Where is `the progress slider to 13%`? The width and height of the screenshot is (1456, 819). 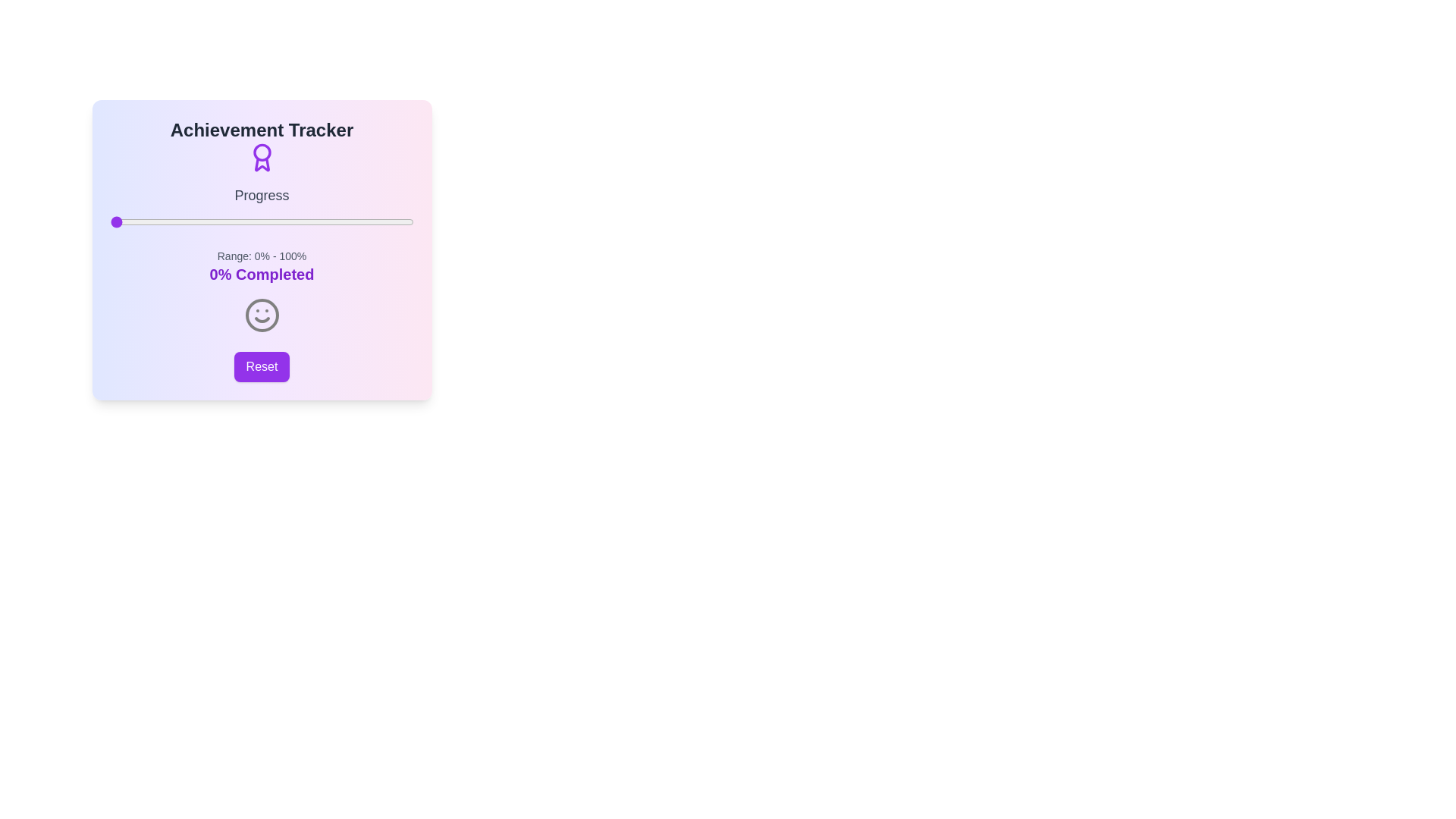
the progress slider to 13% is located at coordinates (149, 222).